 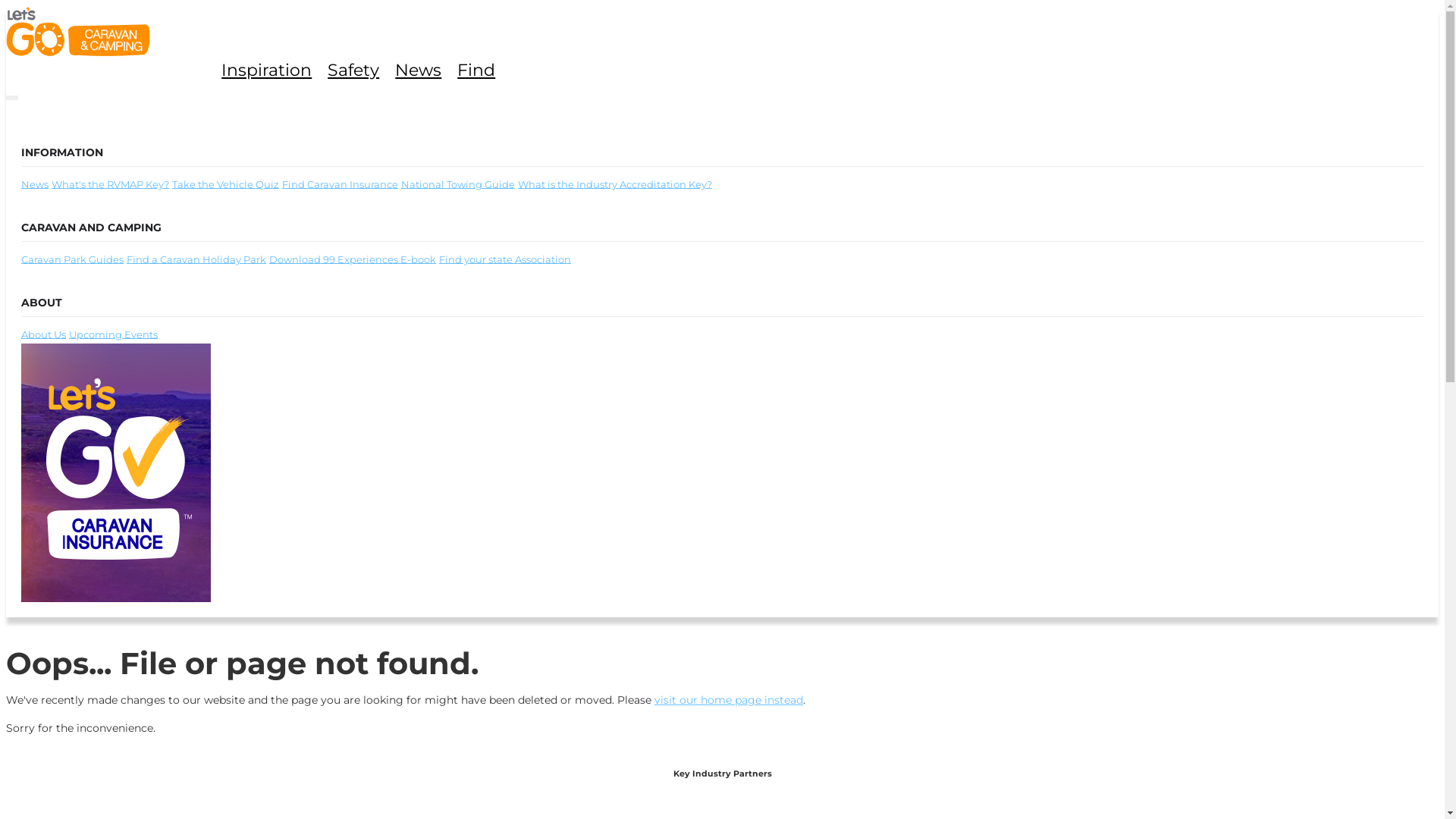 What do you see at coordinates (457, 70) in the screenshot?
I see `'Find'` at bounding box center [457, 70].